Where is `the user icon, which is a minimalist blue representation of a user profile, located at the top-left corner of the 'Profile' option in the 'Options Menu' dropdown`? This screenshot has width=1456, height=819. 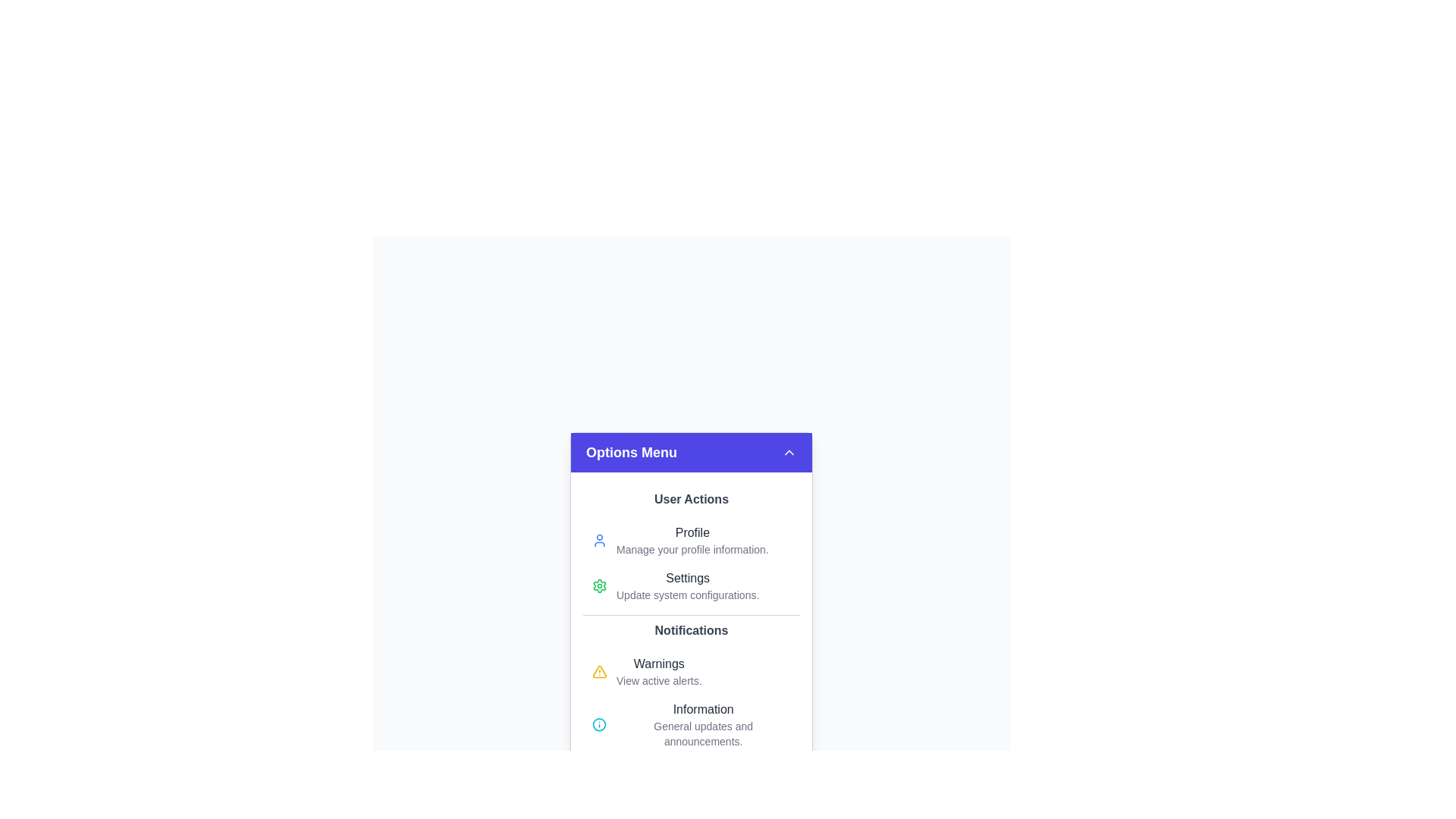 the user icon, which is a minimalist blue representation of a user profile, located at the top-left corner of the 'Profile' option in the 'Options Menu' dropdown is located at coordinates (599, 540).